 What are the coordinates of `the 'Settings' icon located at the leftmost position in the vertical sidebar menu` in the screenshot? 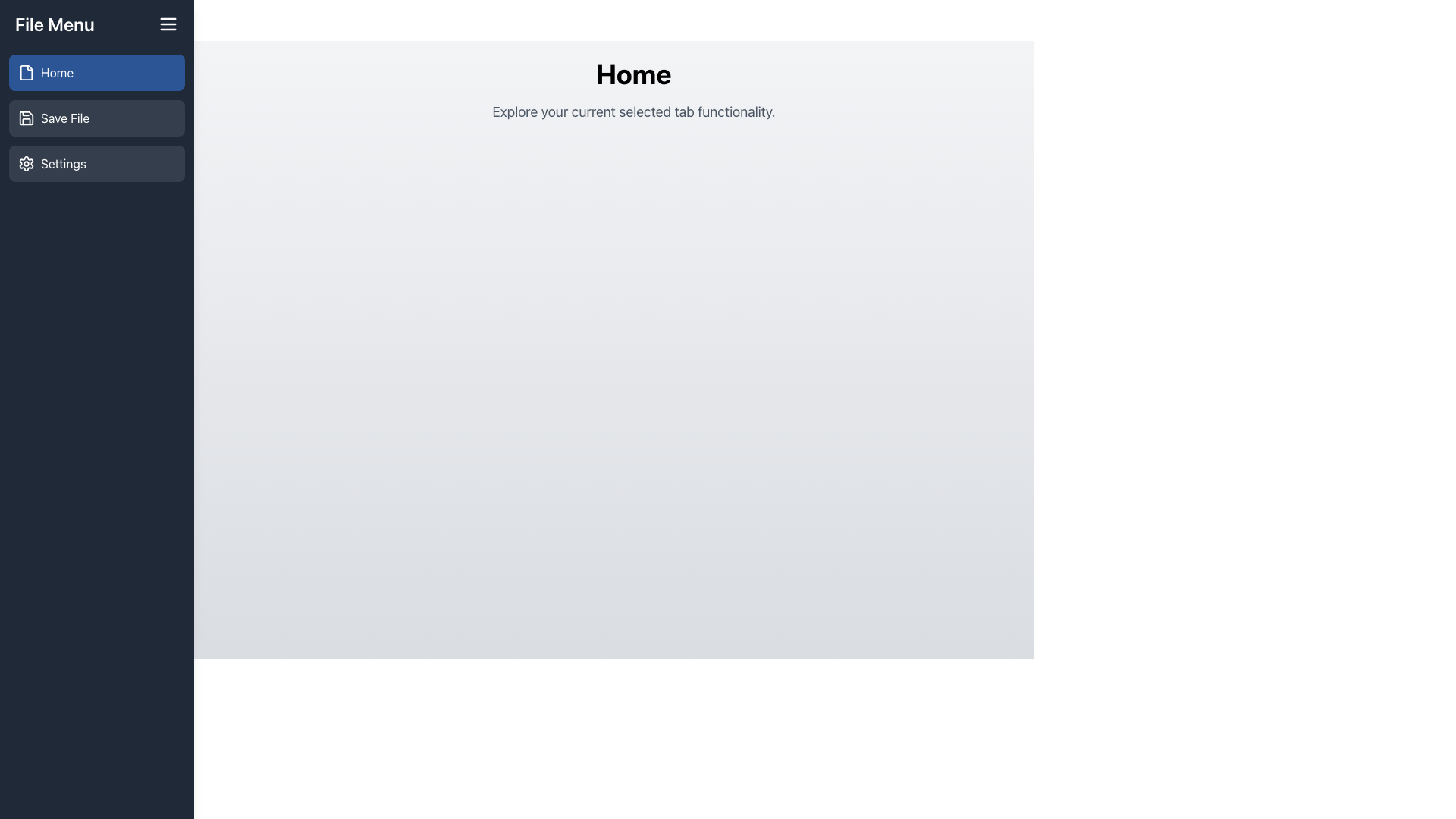 It's located at (26, 164).